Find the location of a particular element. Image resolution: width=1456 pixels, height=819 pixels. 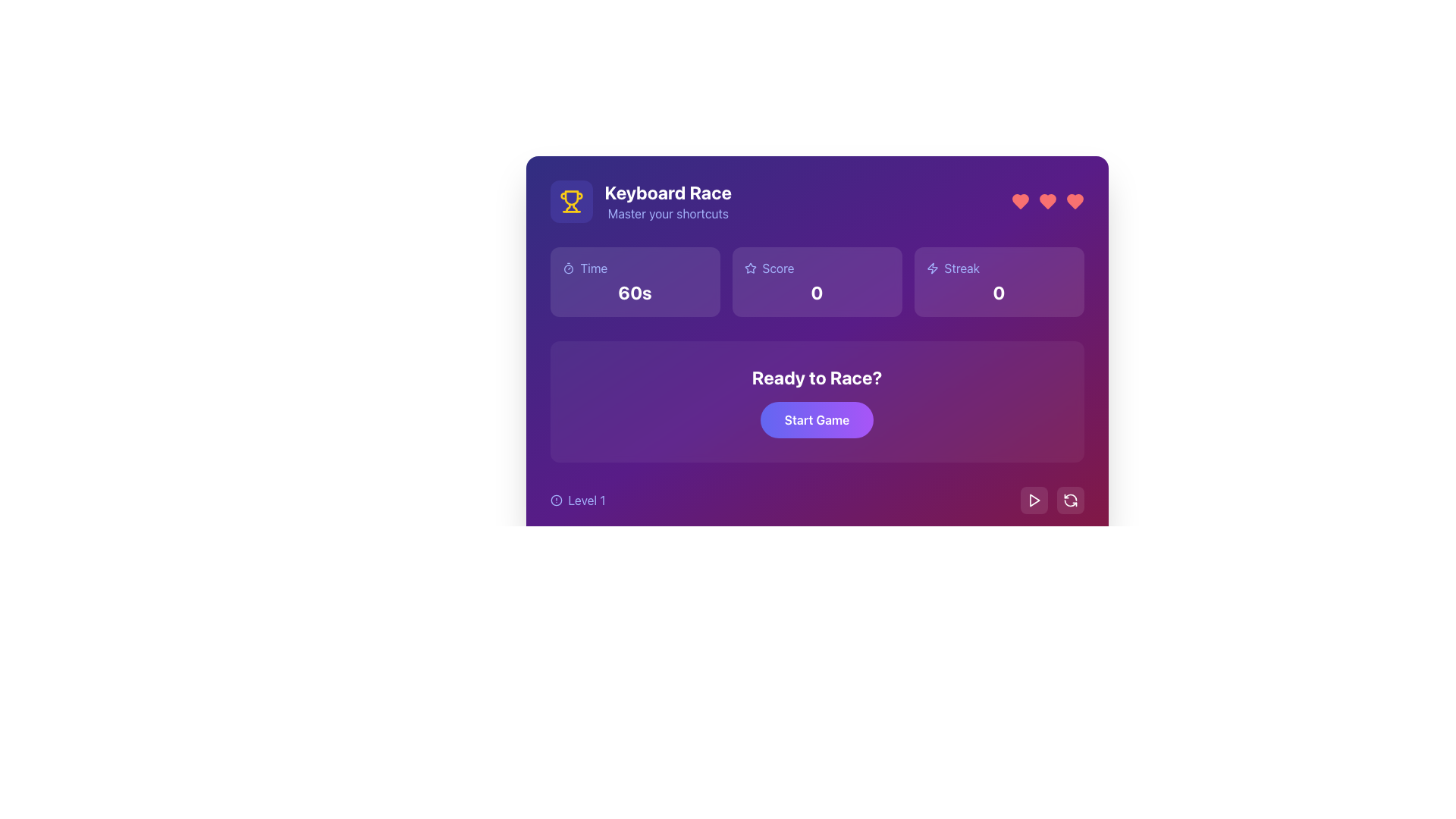

the button with a triangular play icon in white, located at the bottom-right corner of the view with a purple background is located at coordinates (1033, 500).